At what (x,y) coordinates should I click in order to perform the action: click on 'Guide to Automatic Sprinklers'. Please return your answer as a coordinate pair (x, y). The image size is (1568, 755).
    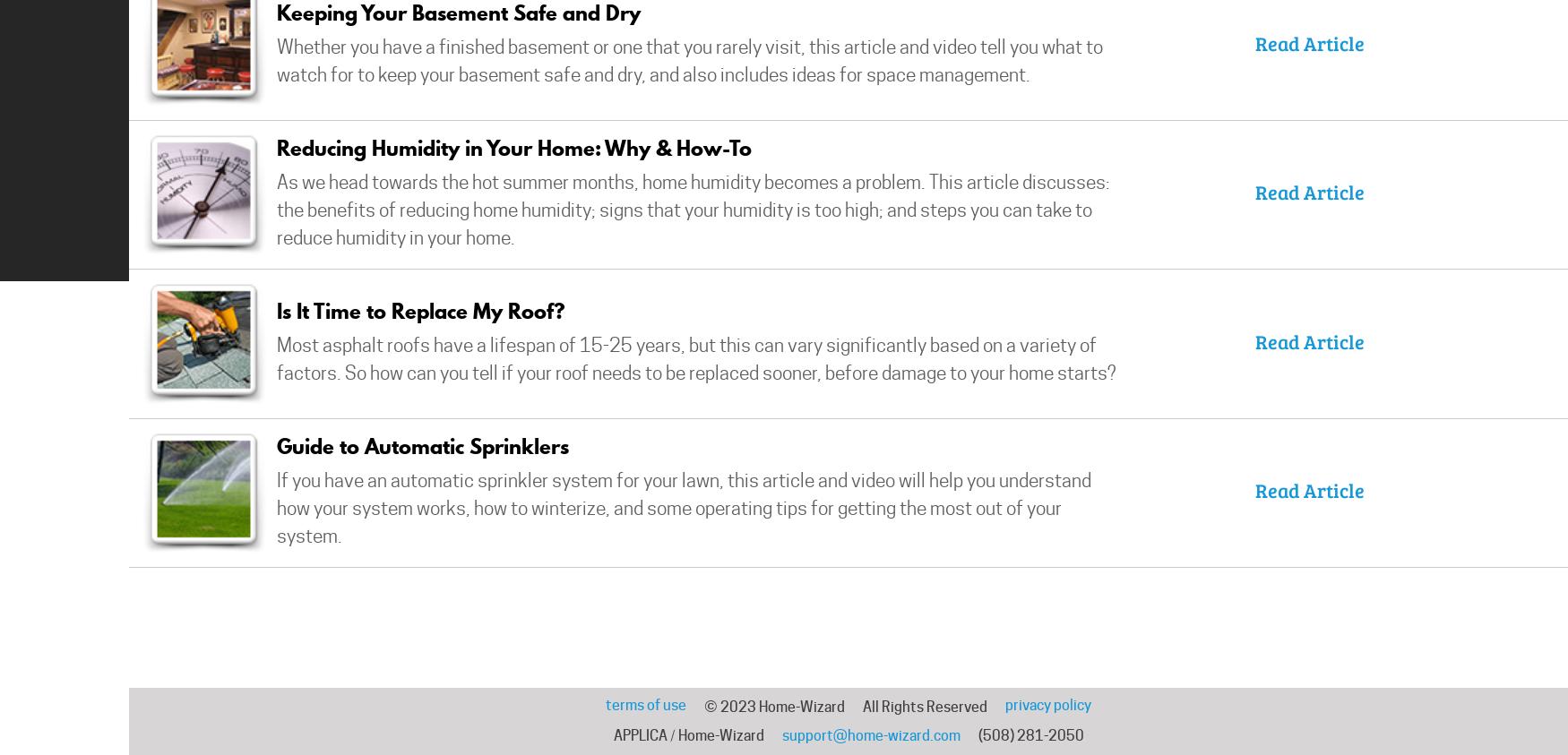
    Looking at the image, I should click on (422, 445).